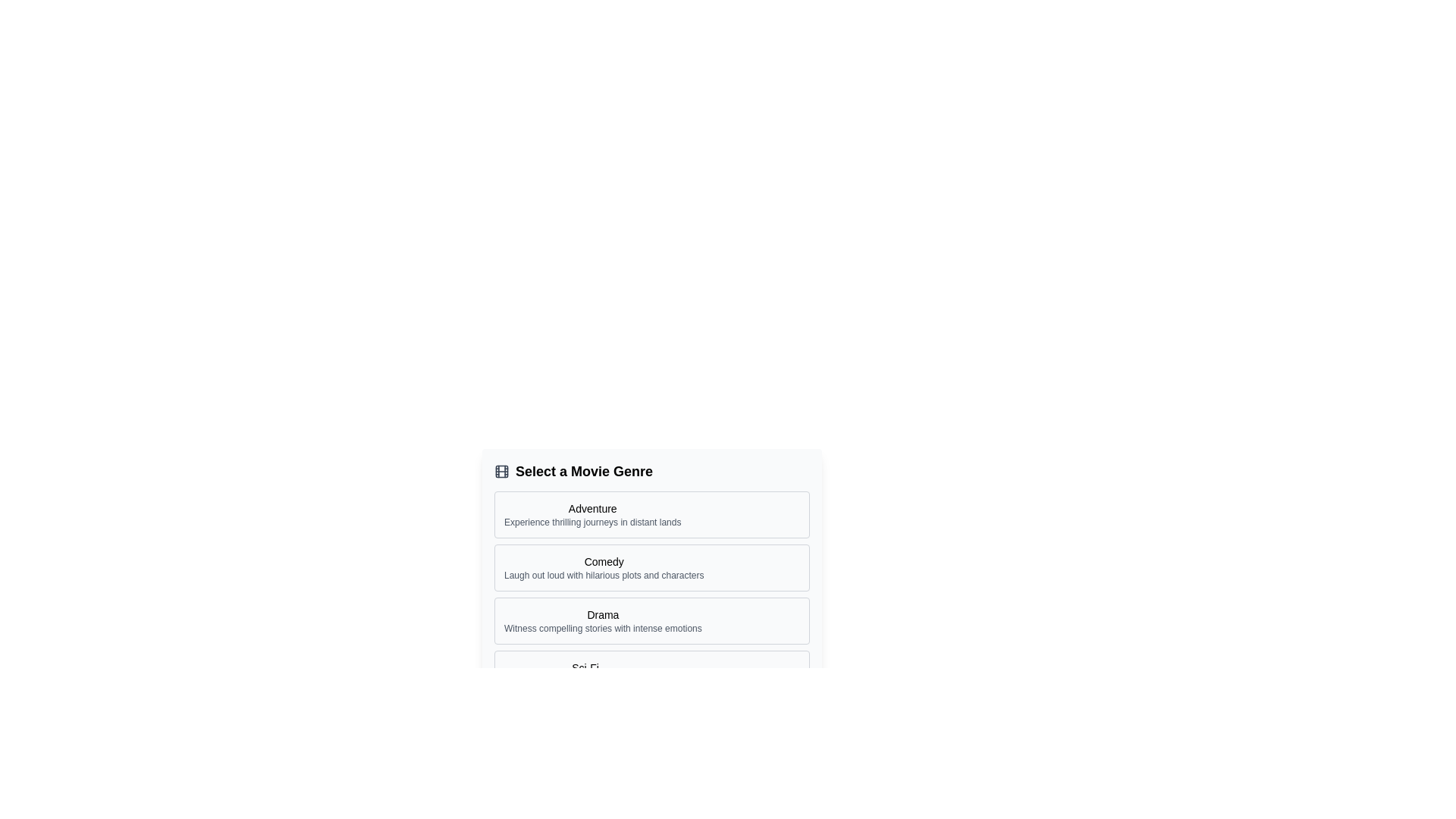 The image size is (1456, 819). Describe the element at coordinates (591, 513) in the screenshot. I see `the 'Adventure' button` at that location.